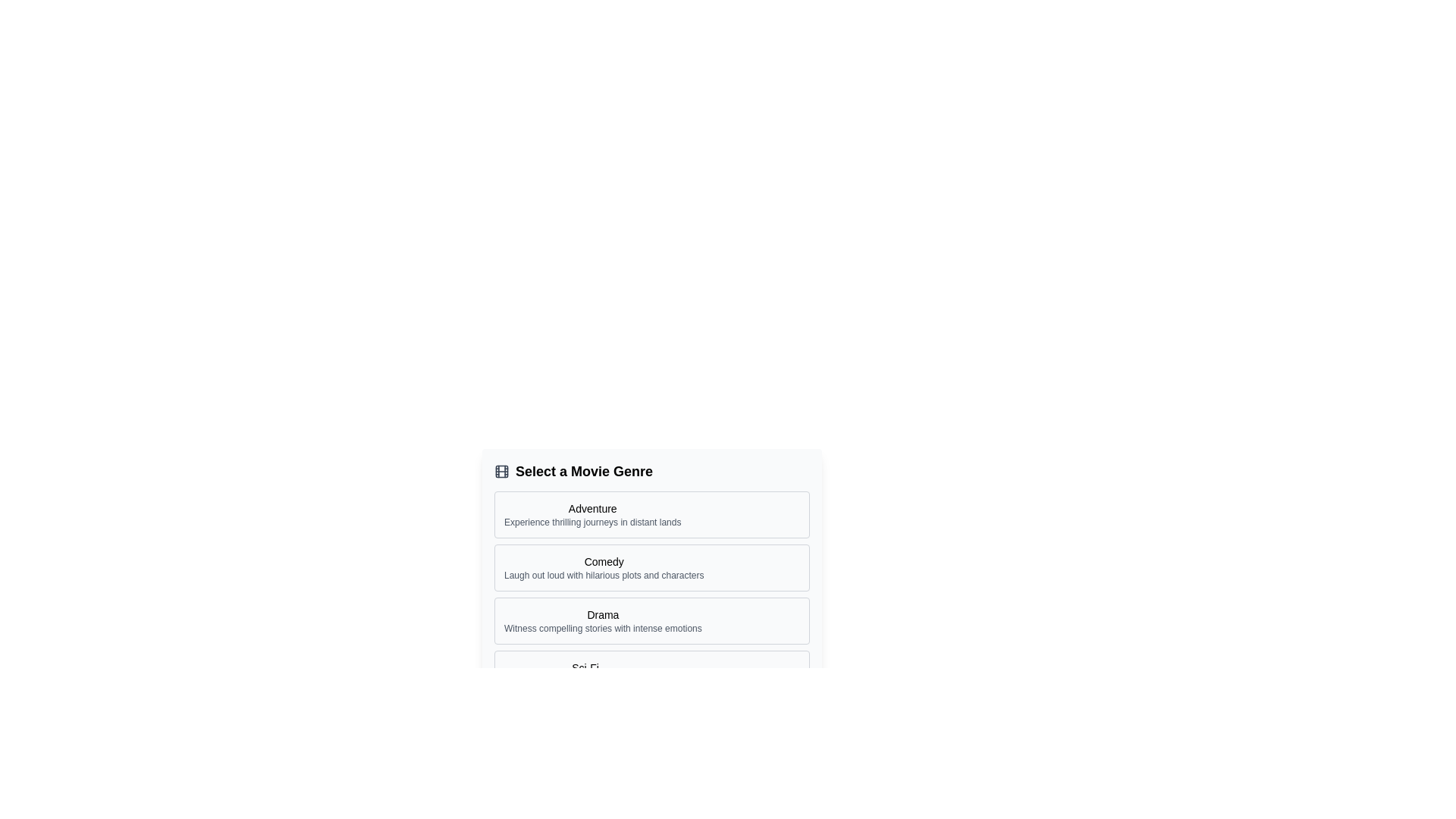 The image size is (1456, 819). Describe the element at coordinates (591, 513) in the screenshot. I see `the 'Adventure' button` at that location.